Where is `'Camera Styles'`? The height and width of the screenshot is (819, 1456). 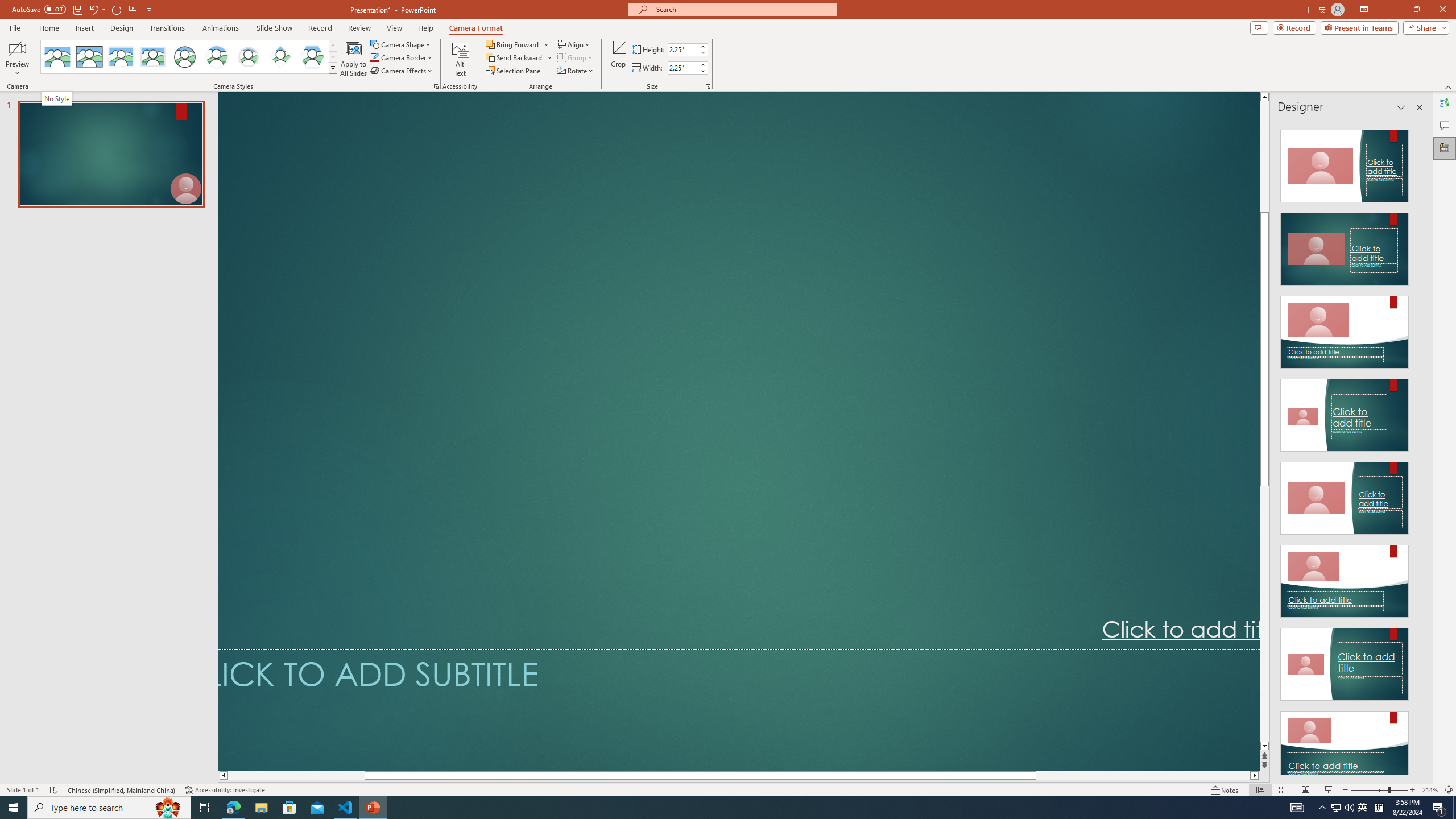 'Camera Styles' is located at coordinates (333, 67).